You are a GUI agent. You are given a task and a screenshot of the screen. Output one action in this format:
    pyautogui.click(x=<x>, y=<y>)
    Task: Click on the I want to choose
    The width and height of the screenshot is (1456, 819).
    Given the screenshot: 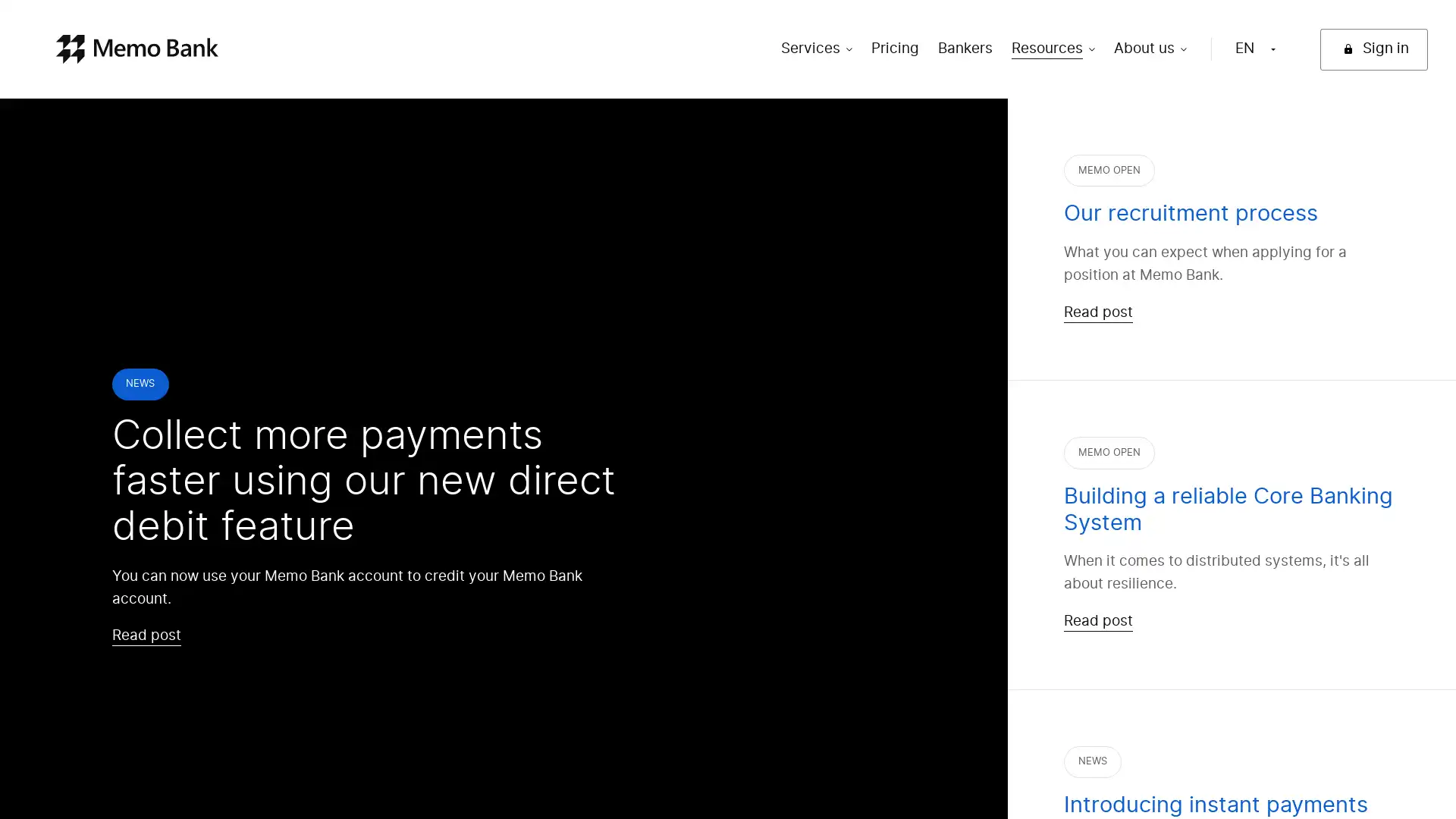 What is the action you would take?
    pyautogui.click(x=93, y=742)
    